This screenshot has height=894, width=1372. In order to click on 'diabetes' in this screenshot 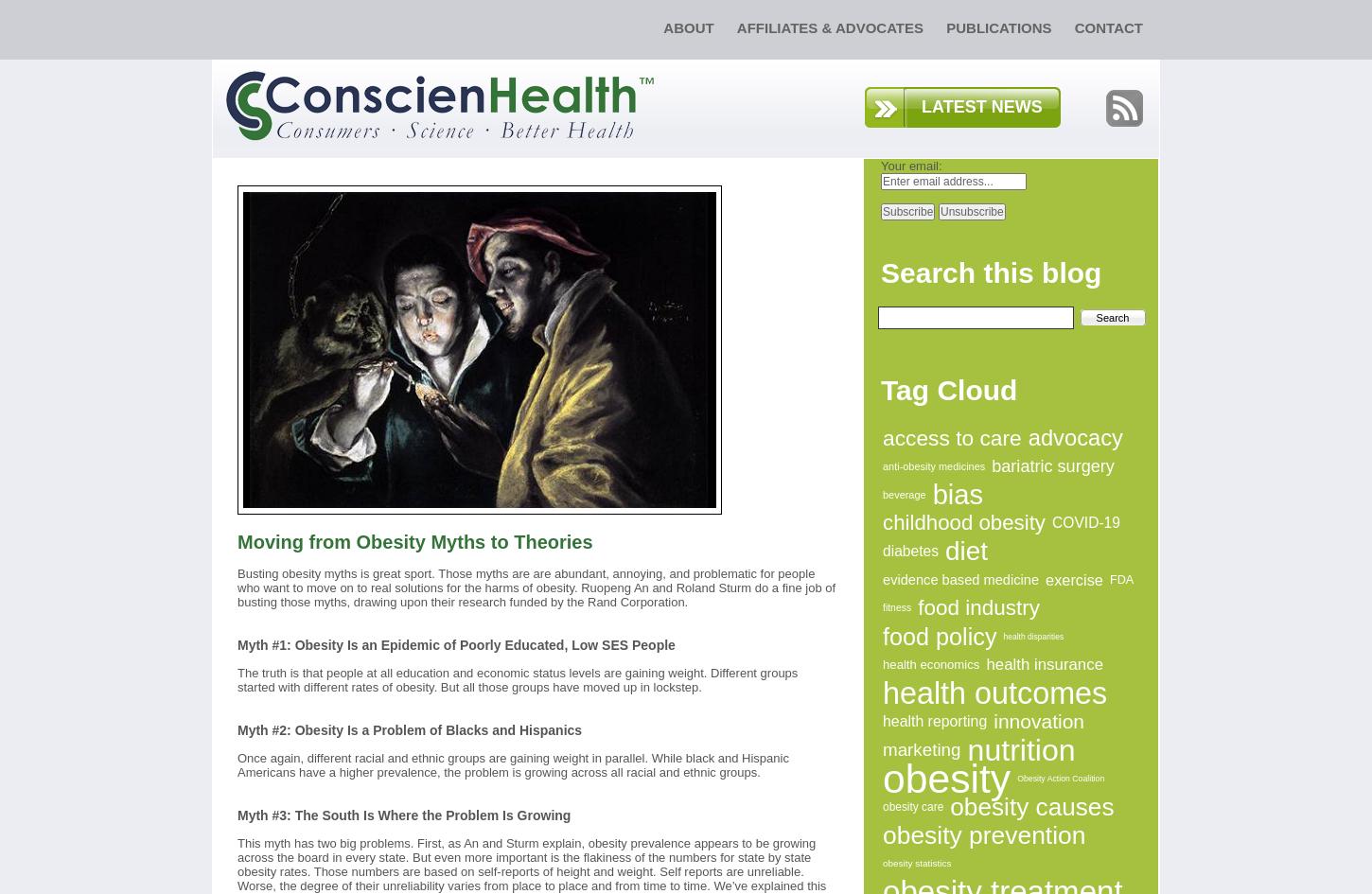, I will do `click(909, 551)`.